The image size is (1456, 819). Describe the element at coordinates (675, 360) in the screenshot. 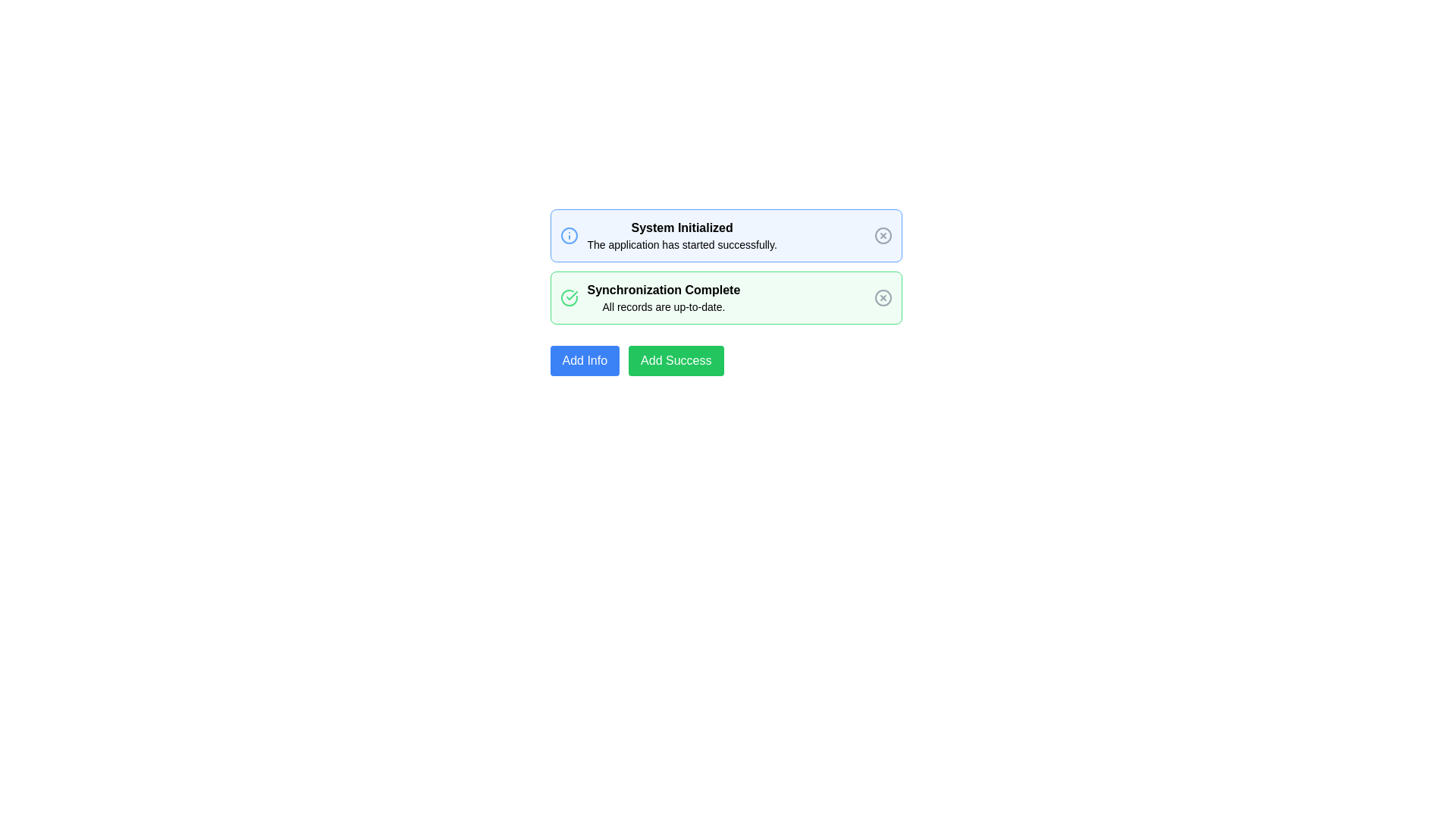

I see `the green 'Add Success' button, which is the second button in a horizontal layout, located below two notification panels` at that location.